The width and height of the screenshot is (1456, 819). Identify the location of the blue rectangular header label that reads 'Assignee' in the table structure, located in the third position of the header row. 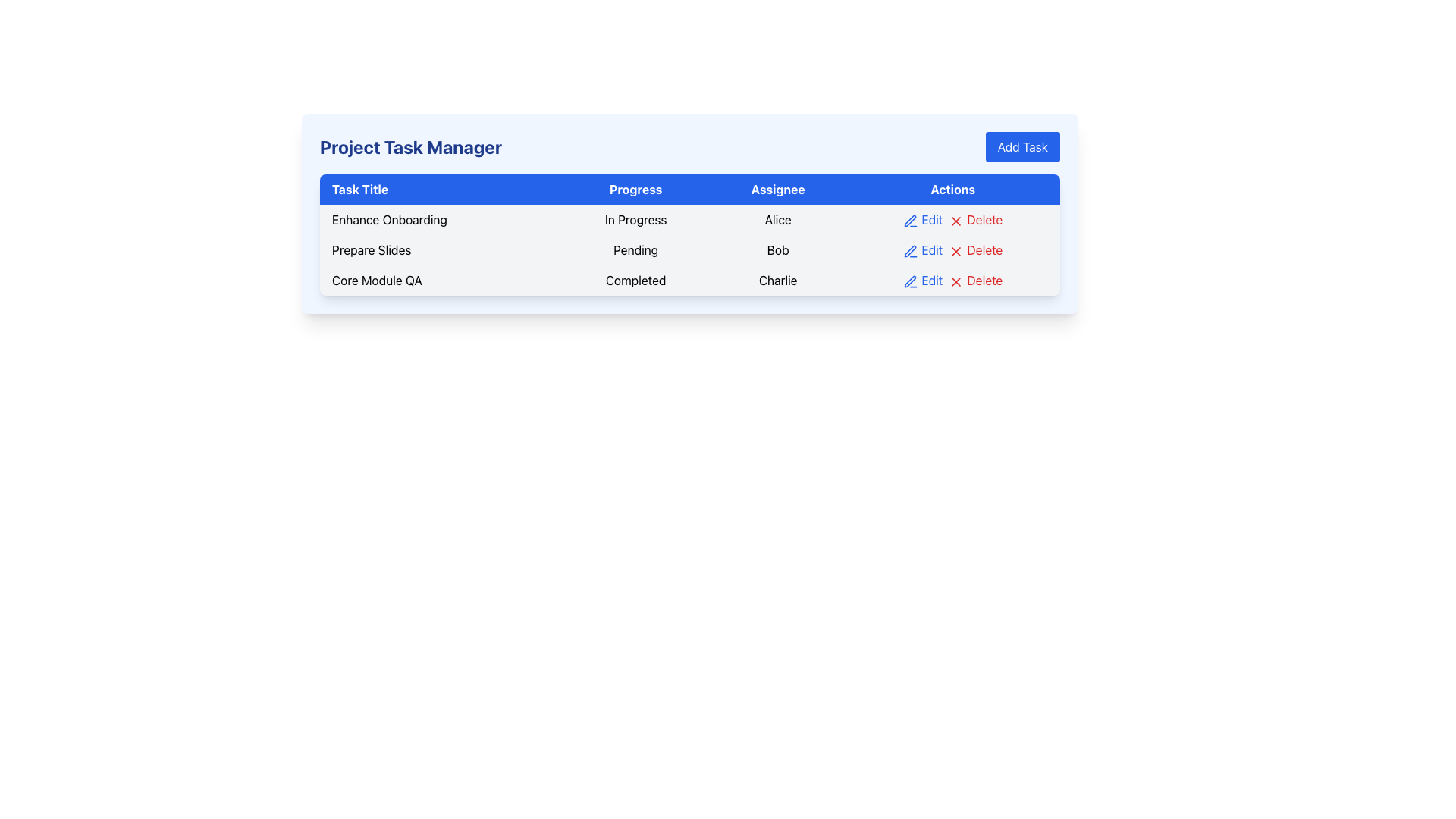
(778, 189).